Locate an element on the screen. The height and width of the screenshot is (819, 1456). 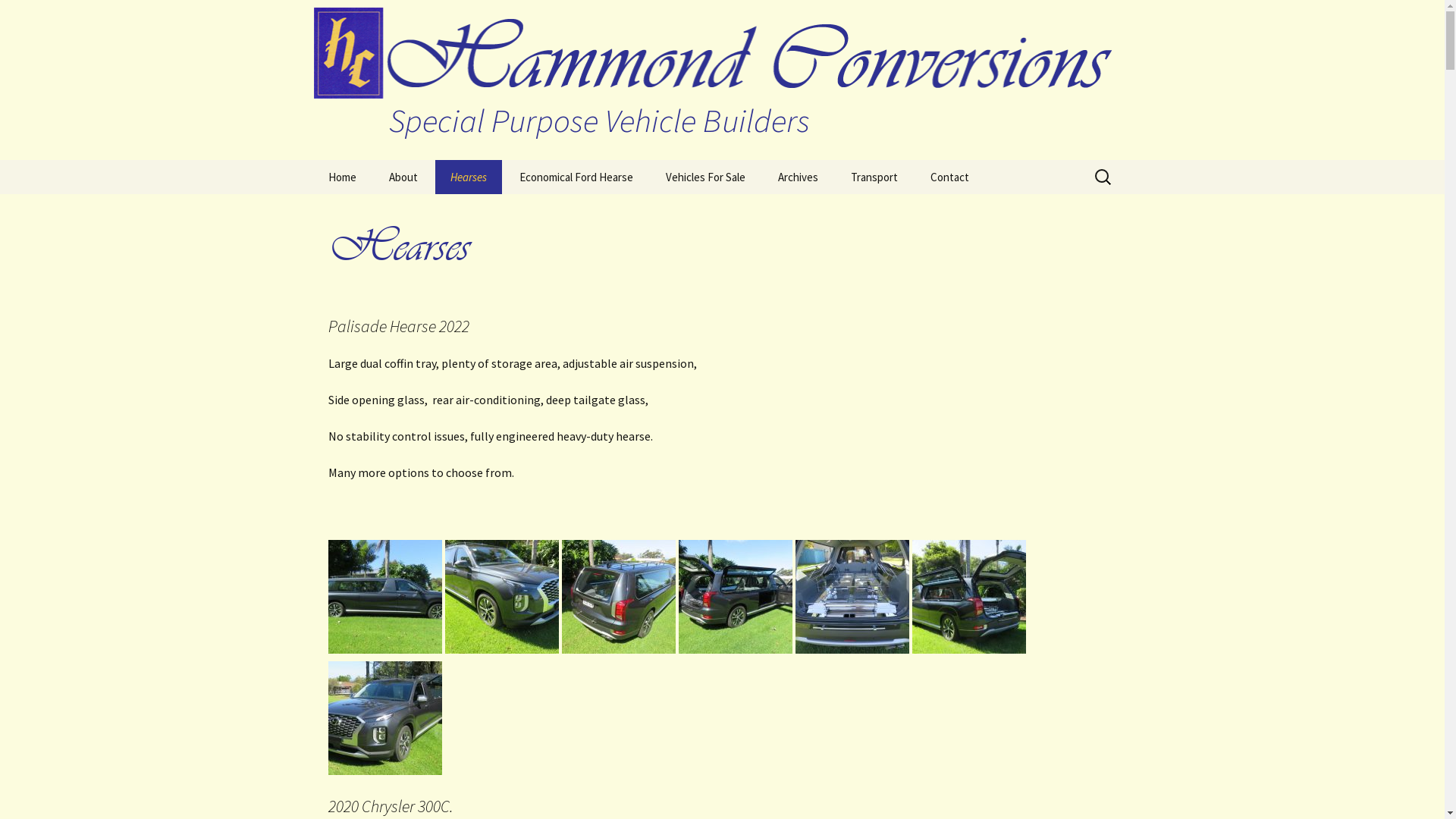
'Archives' is located at coordinates (797, 176).